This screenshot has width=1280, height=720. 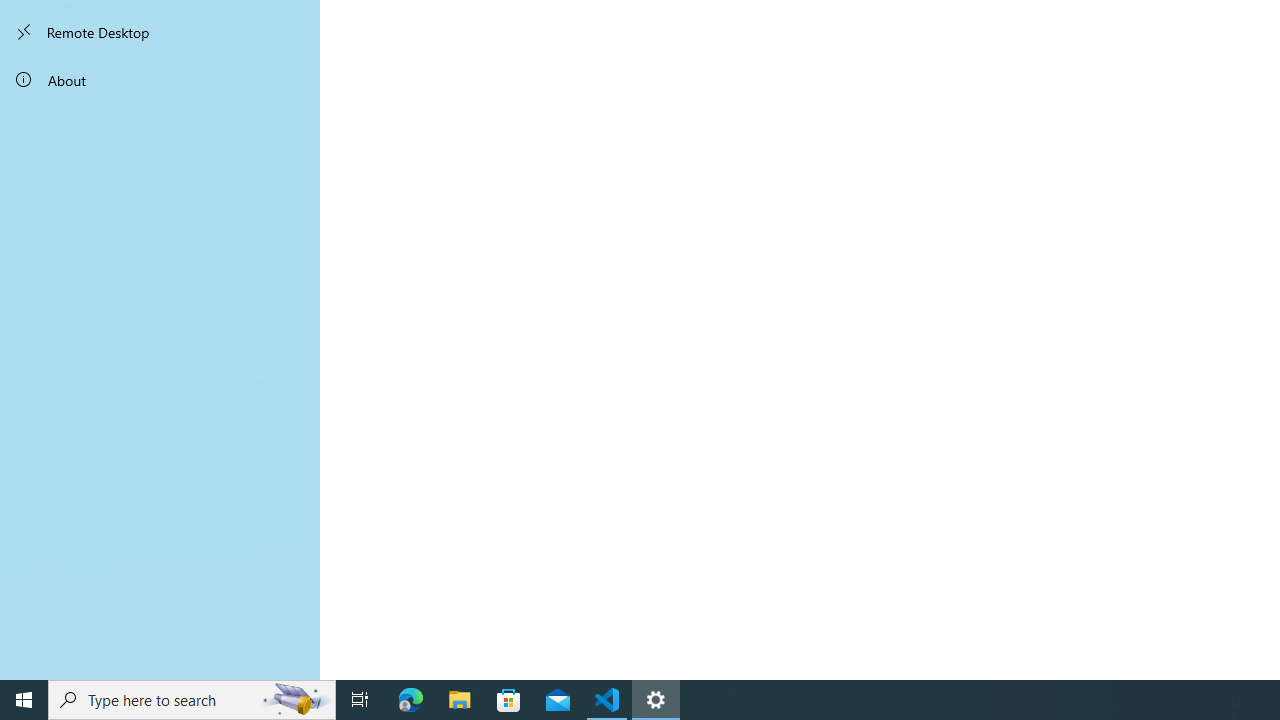 I want to click on 'Remote Desktop', so click(x=160, y=32).